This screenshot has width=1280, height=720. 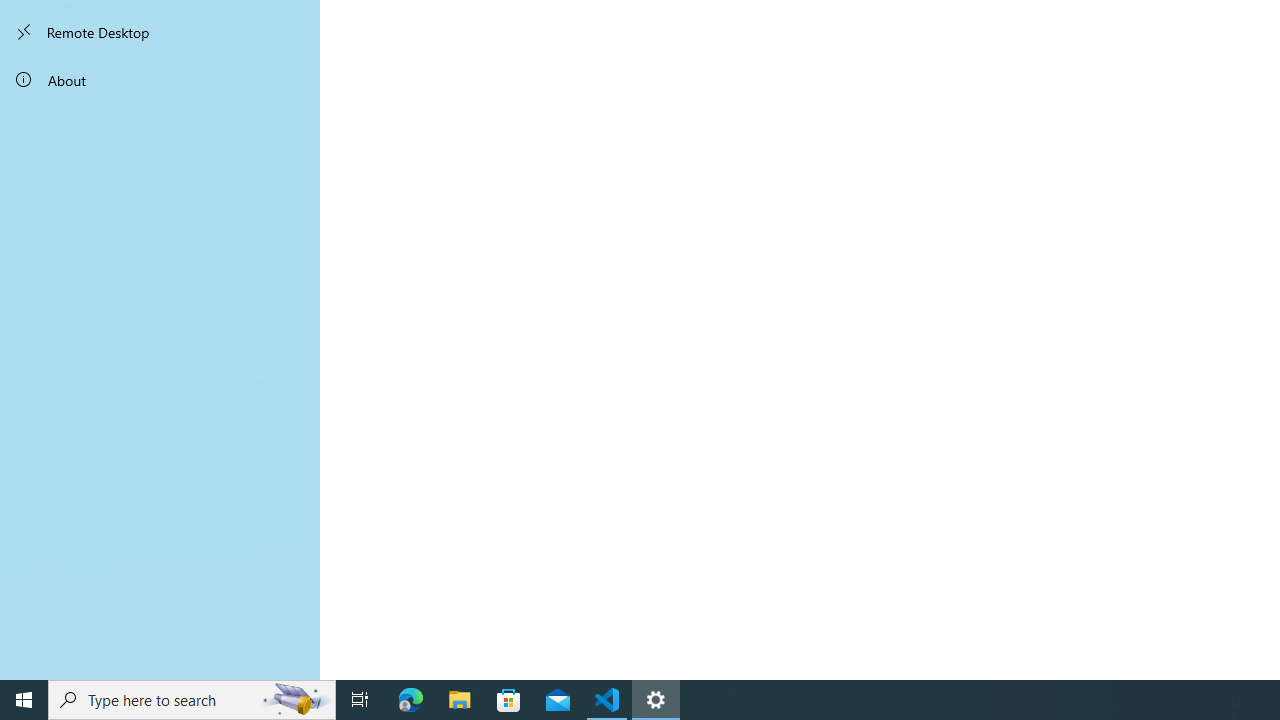 I want to click on 'Remote Desktop', so click(x=160, y=32).